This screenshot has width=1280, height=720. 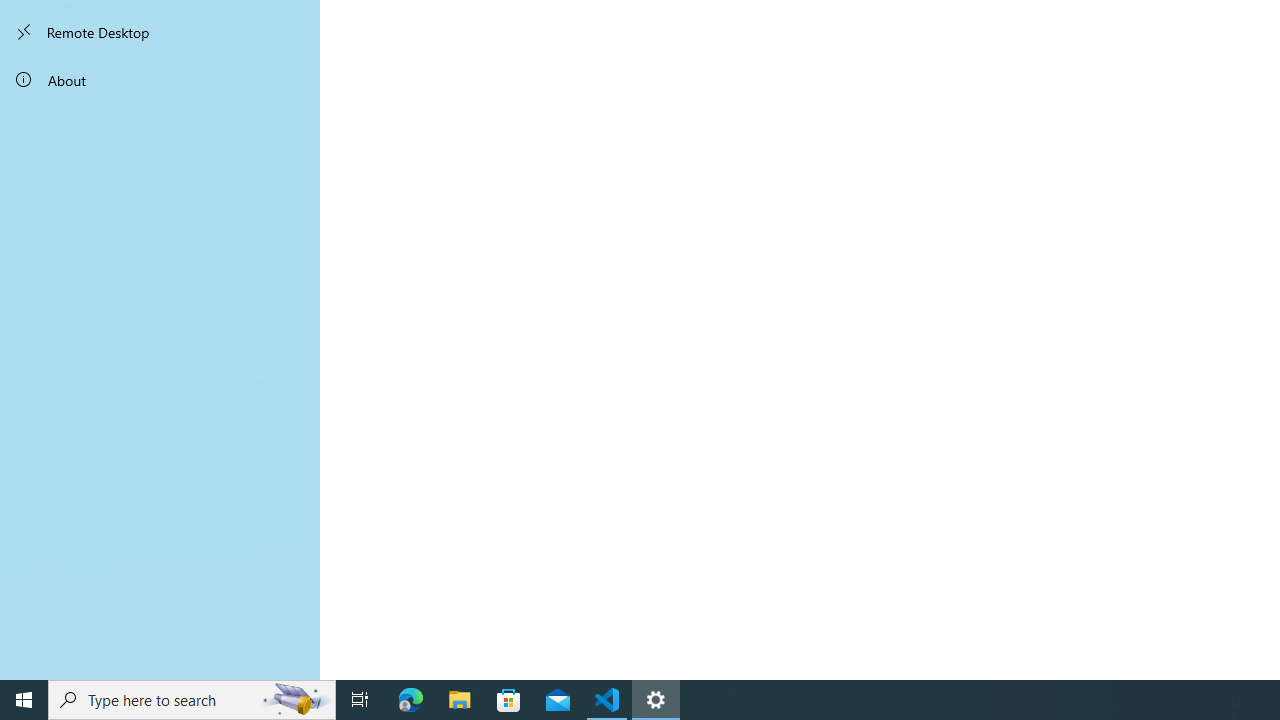 I want to click on 'Remote Desktop', so click(x=160, y=32).